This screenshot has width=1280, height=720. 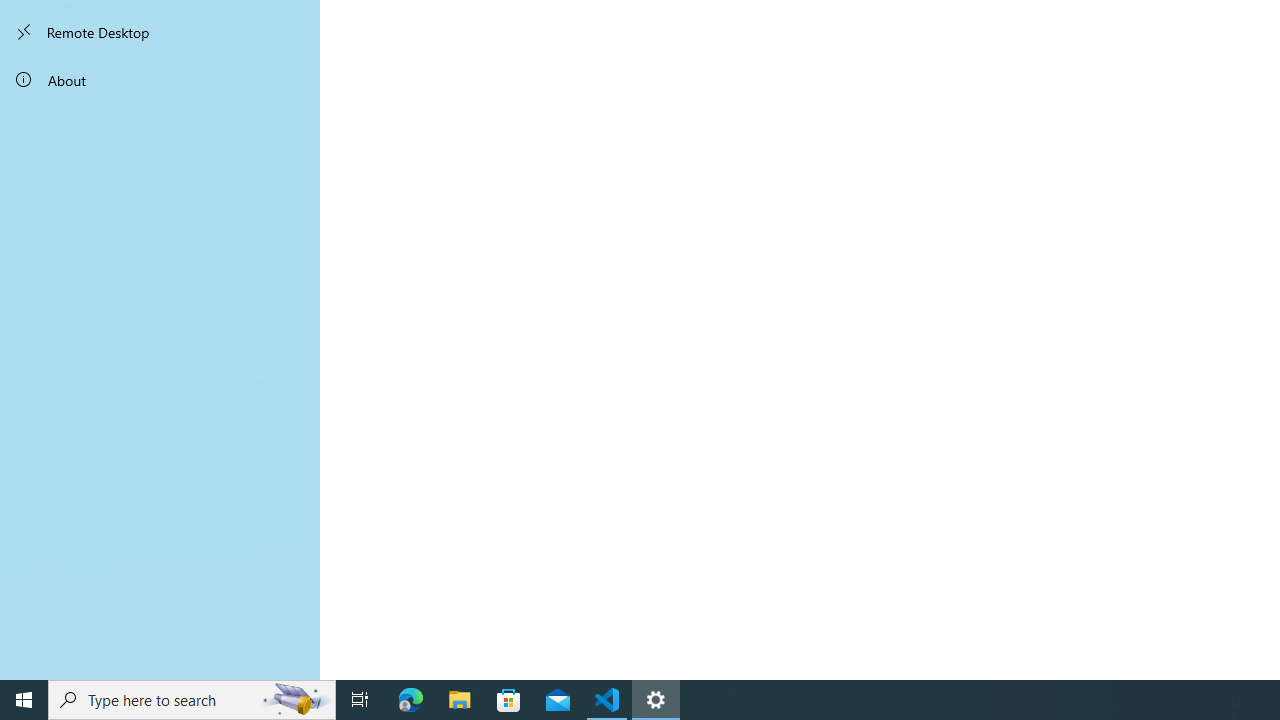 I want to click on 'Remote Desktop', so click(x=160, y=32).